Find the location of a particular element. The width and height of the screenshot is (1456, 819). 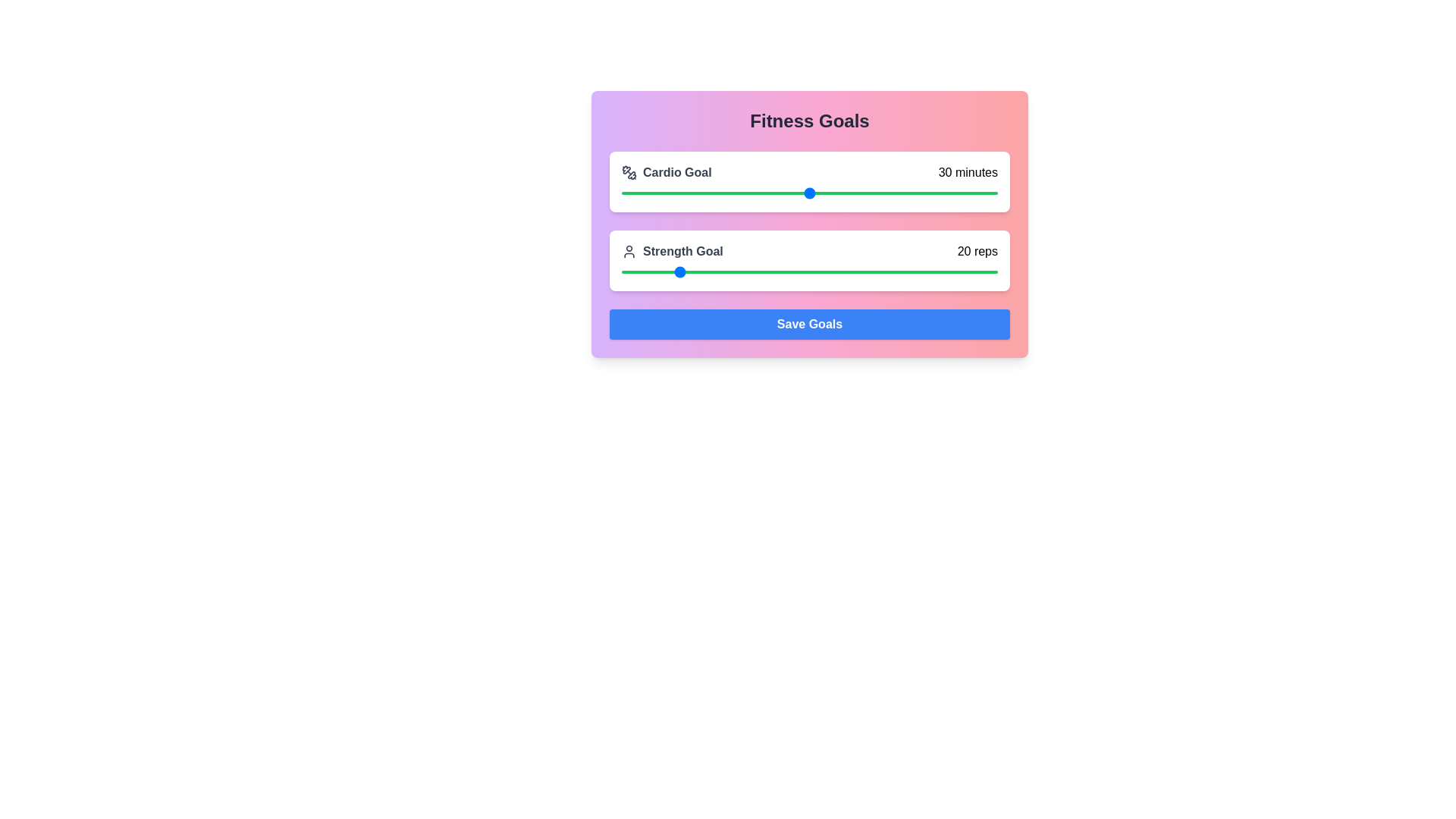

the small iconographic representation of two crossing dumbbells located to the left of the 'Cardio Goal' text in the header of the first section is located at coordinates (629, 171).